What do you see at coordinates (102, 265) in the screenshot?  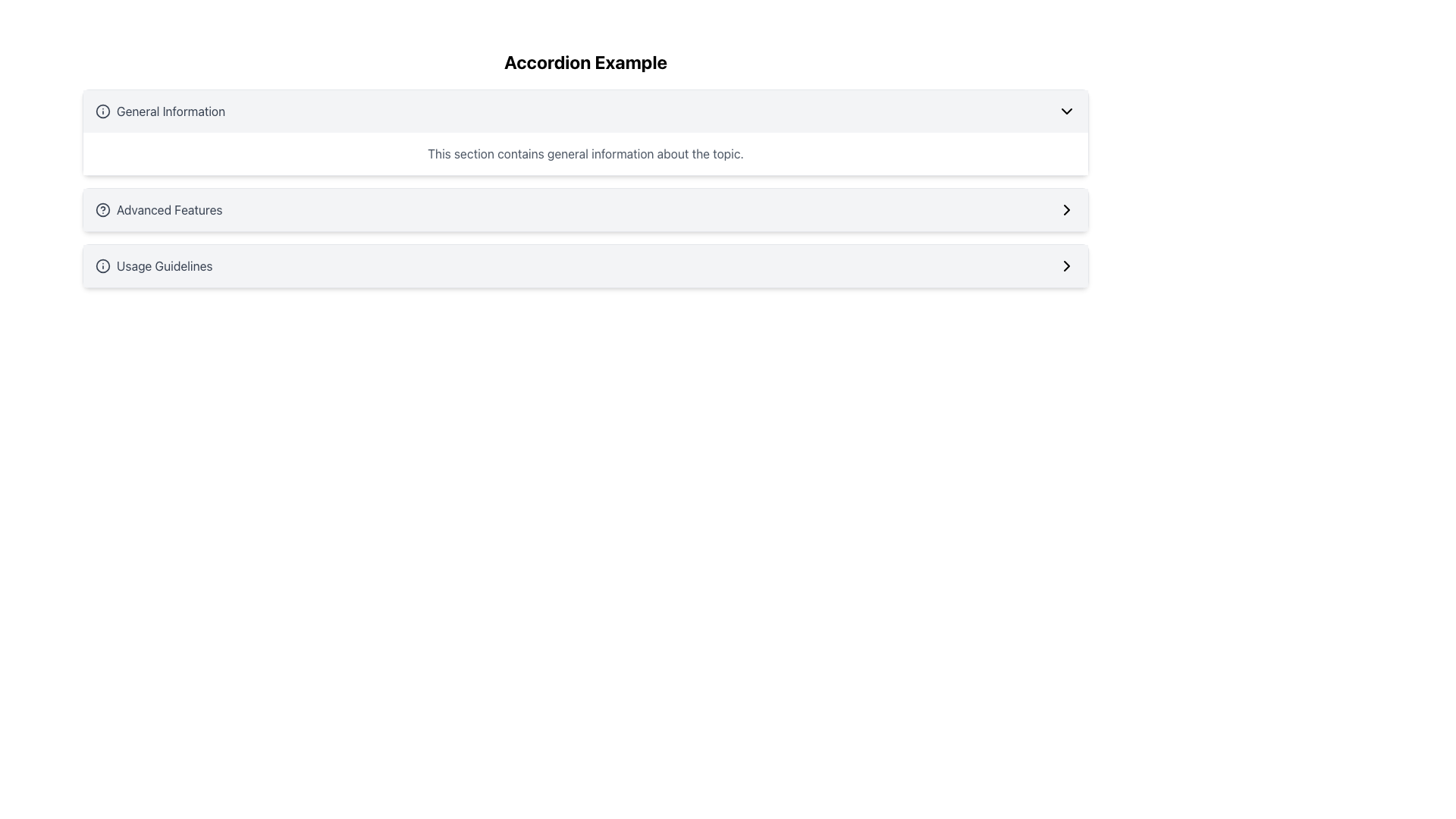 I see `the SVG Circle that represents the info icon at the beginning of the 'Usage Guidelines' section title` at bounding box center [102, 265].